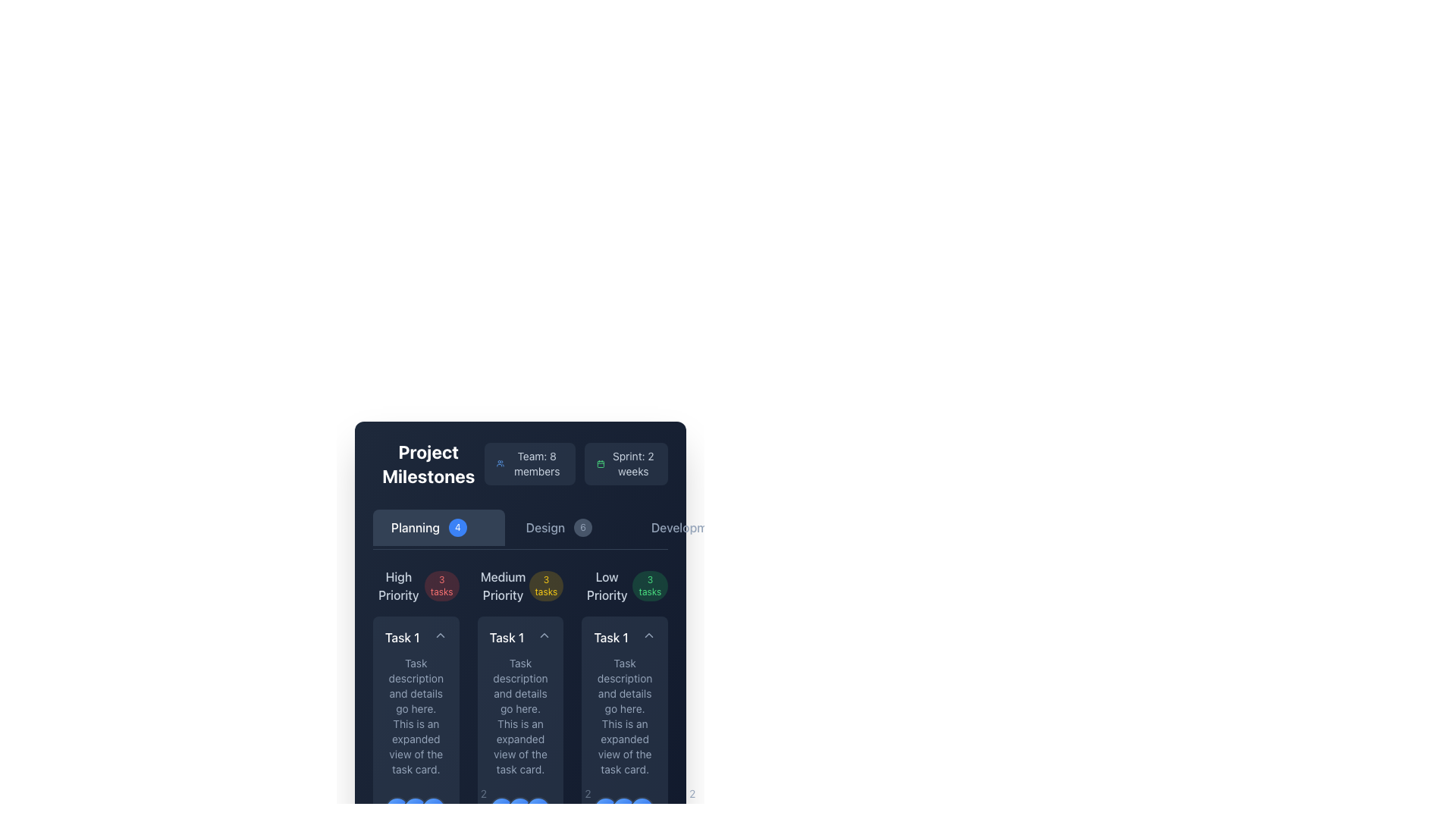 The image size is (1456, 819). Describe the element at coordinates (600, 463) in the screenshot. I see `the green calendar icon located to the left of the text 'Sprint: 2 weeks' in the upper section of the main content area` at that location.